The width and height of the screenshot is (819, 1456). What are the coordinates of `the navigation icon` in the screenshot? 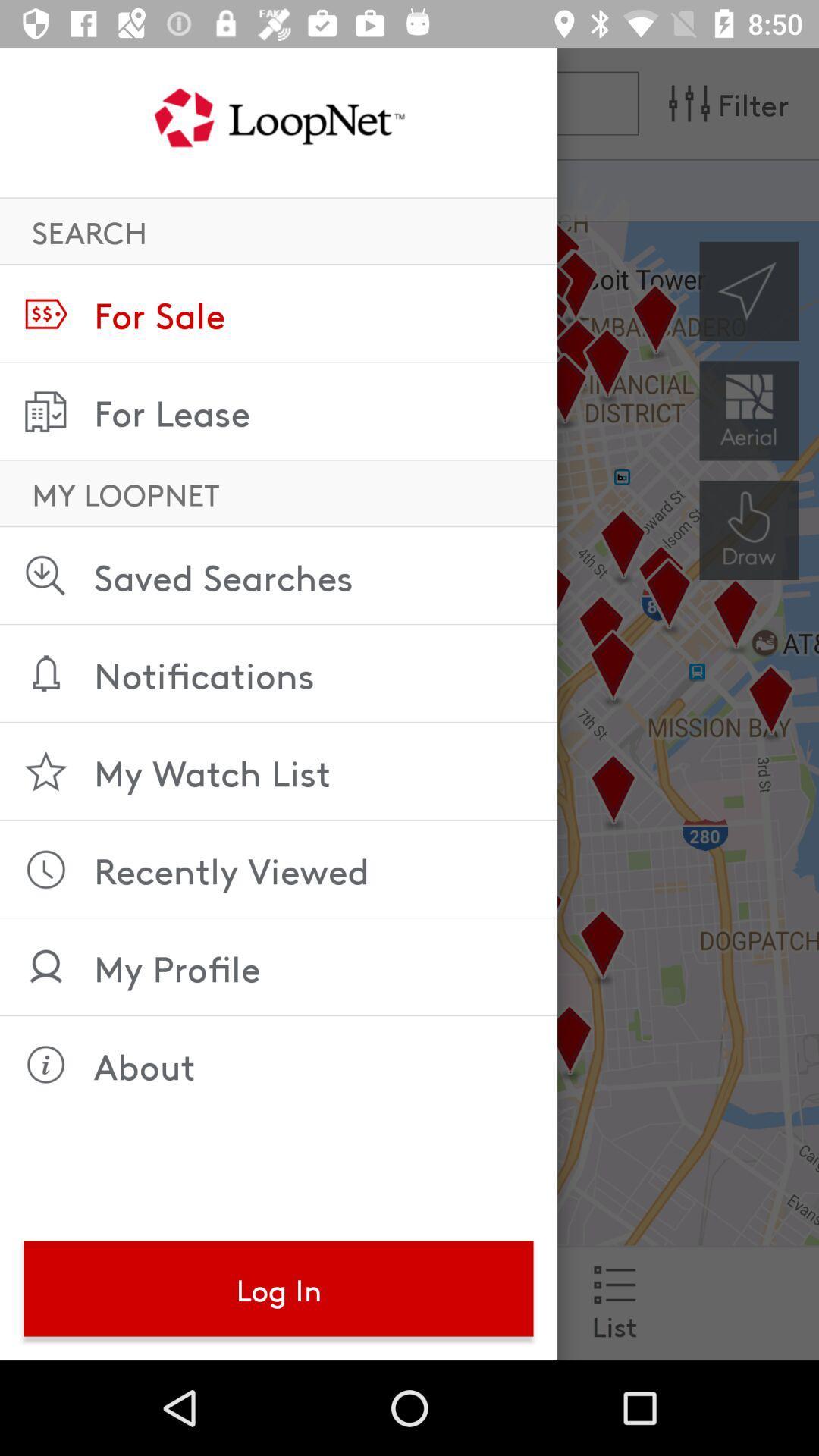 It's located at (748, 291).